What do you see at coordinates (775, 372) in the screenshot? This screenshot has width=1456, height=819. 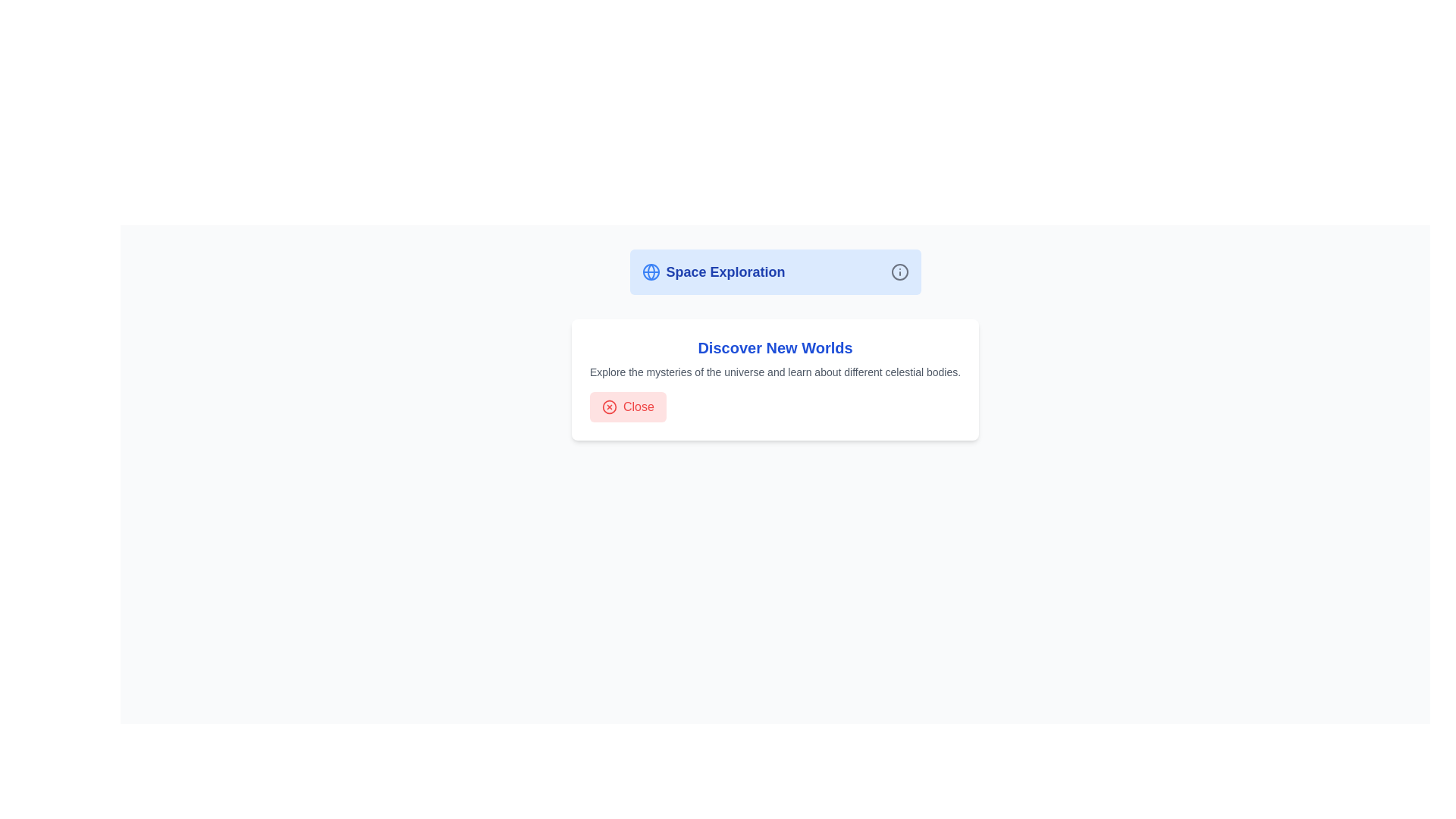 I see `the text element that reads 'Explore the mysteries of the universe and learn about different celestial bodies.' which is located below the heading 'Discover New Worlds' and above the 'Close' button` at bounding box center [775, 372].